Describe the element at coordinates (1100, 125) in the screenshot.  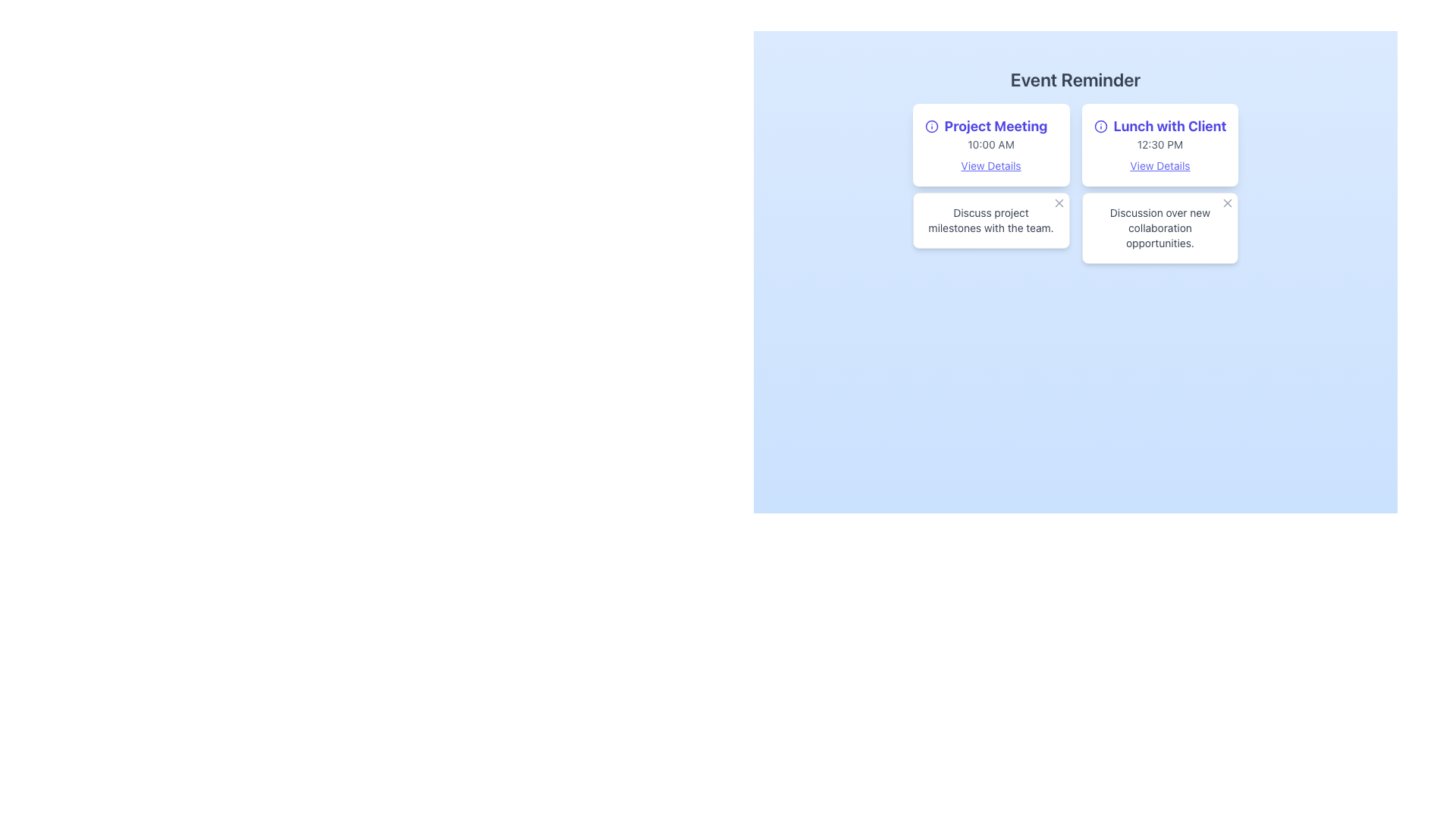
I see `the informational icon located to the left of the 'Lunch with Client' text in the second event card under the 'Event Reminder' header` at that location.